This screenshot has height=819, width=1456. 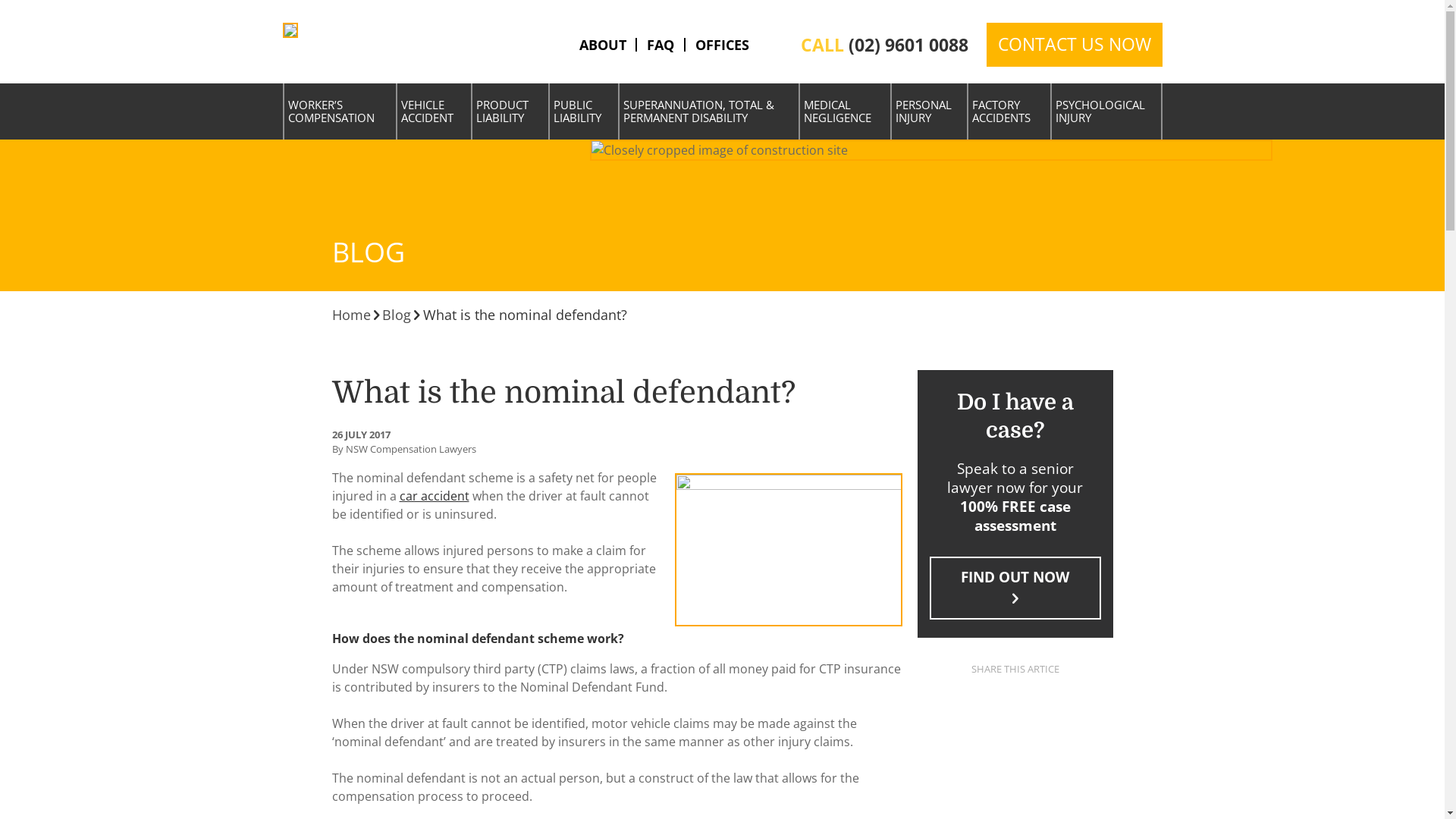 What do you see at coordinates (282, 30) in the screenshot?
I see `'NSW Compensation Lawyers'` at bounding box center [282, 30].